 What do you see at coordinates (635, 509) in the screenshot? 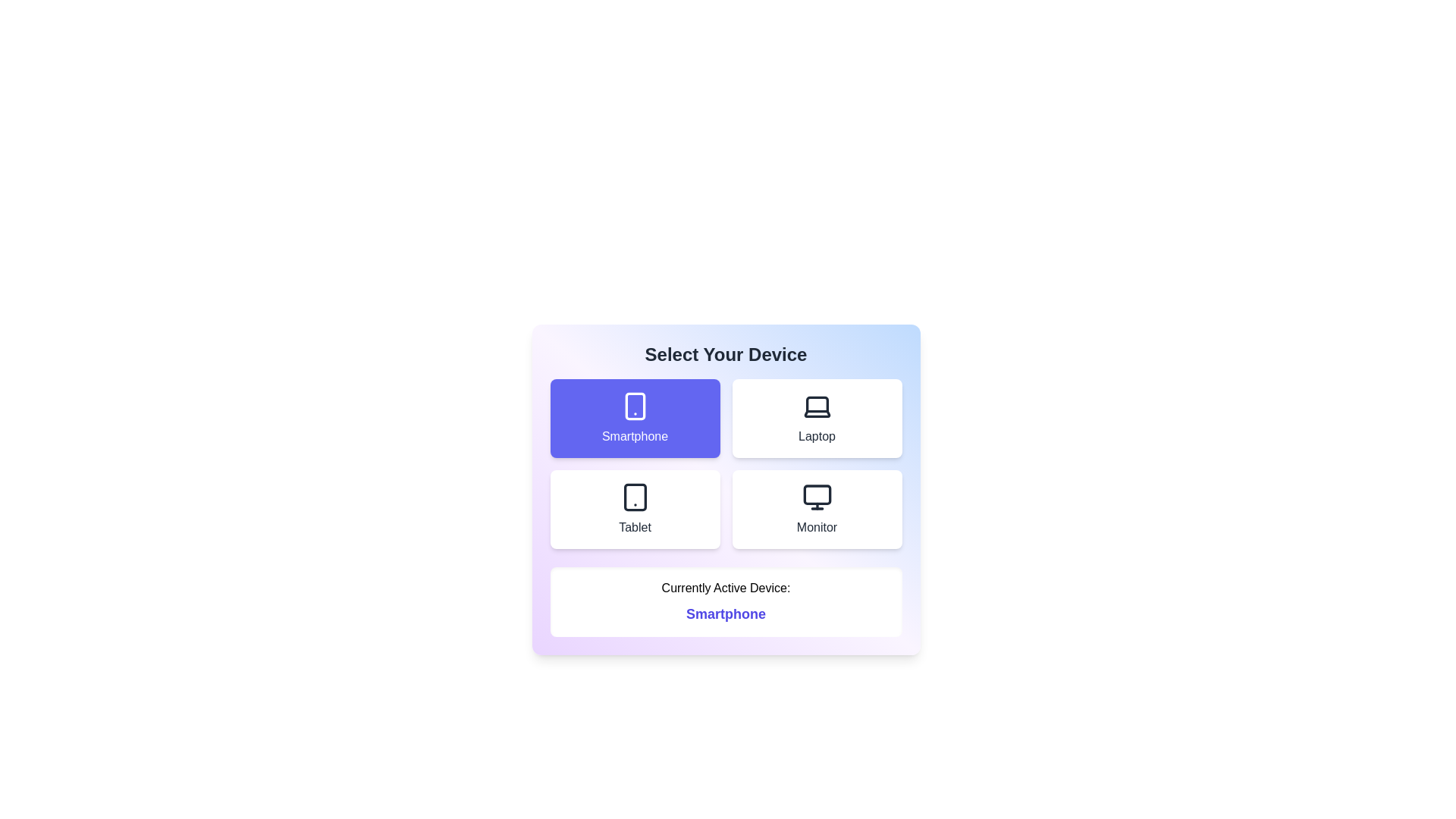
I see `the device option labeled Tablet to observe its hover effect` at bounding box center [635, 509].